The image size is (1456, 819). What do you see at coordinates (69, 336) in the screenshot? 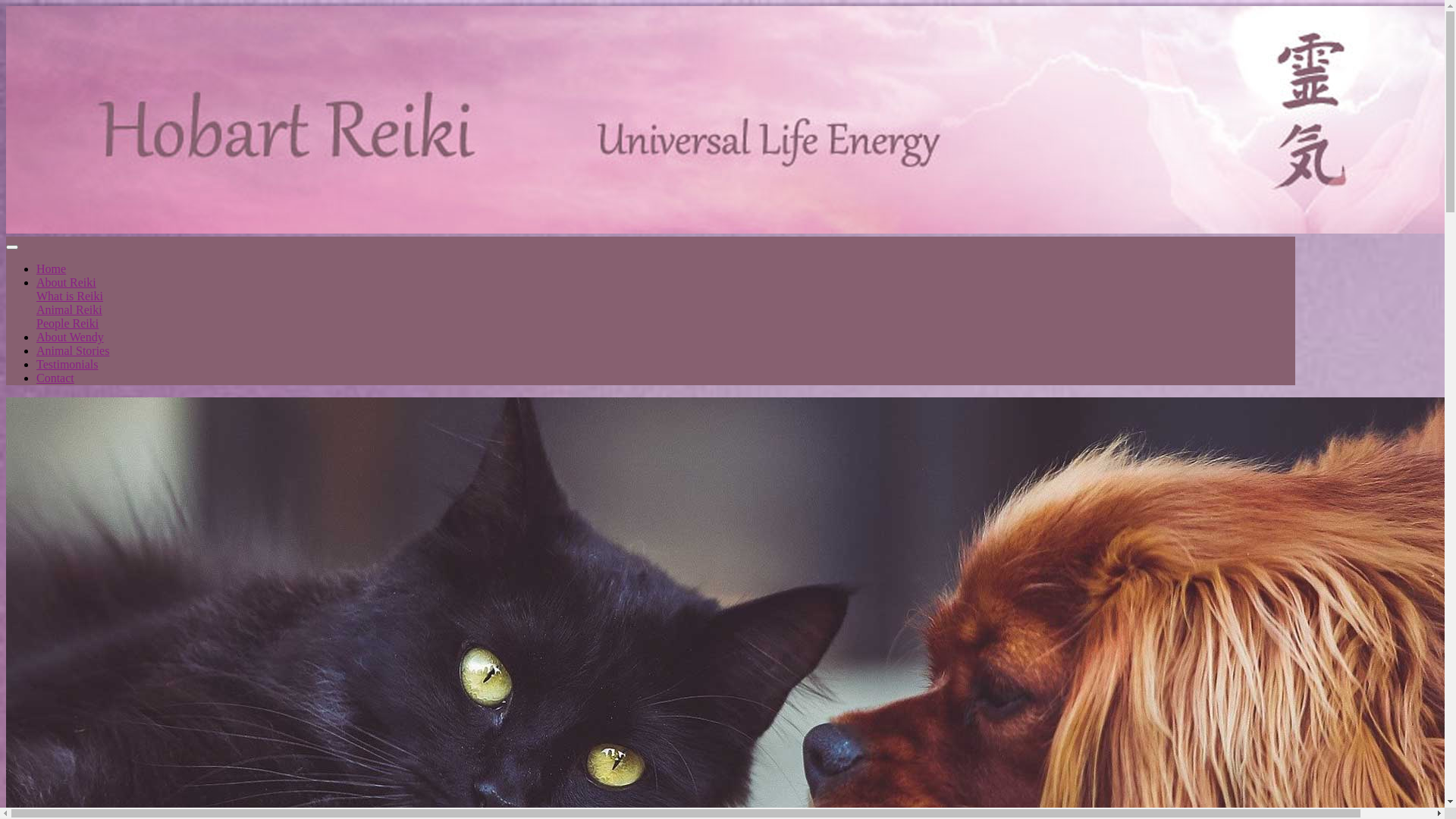
I see `'About Wendy'` at bounding box center [69, 336].